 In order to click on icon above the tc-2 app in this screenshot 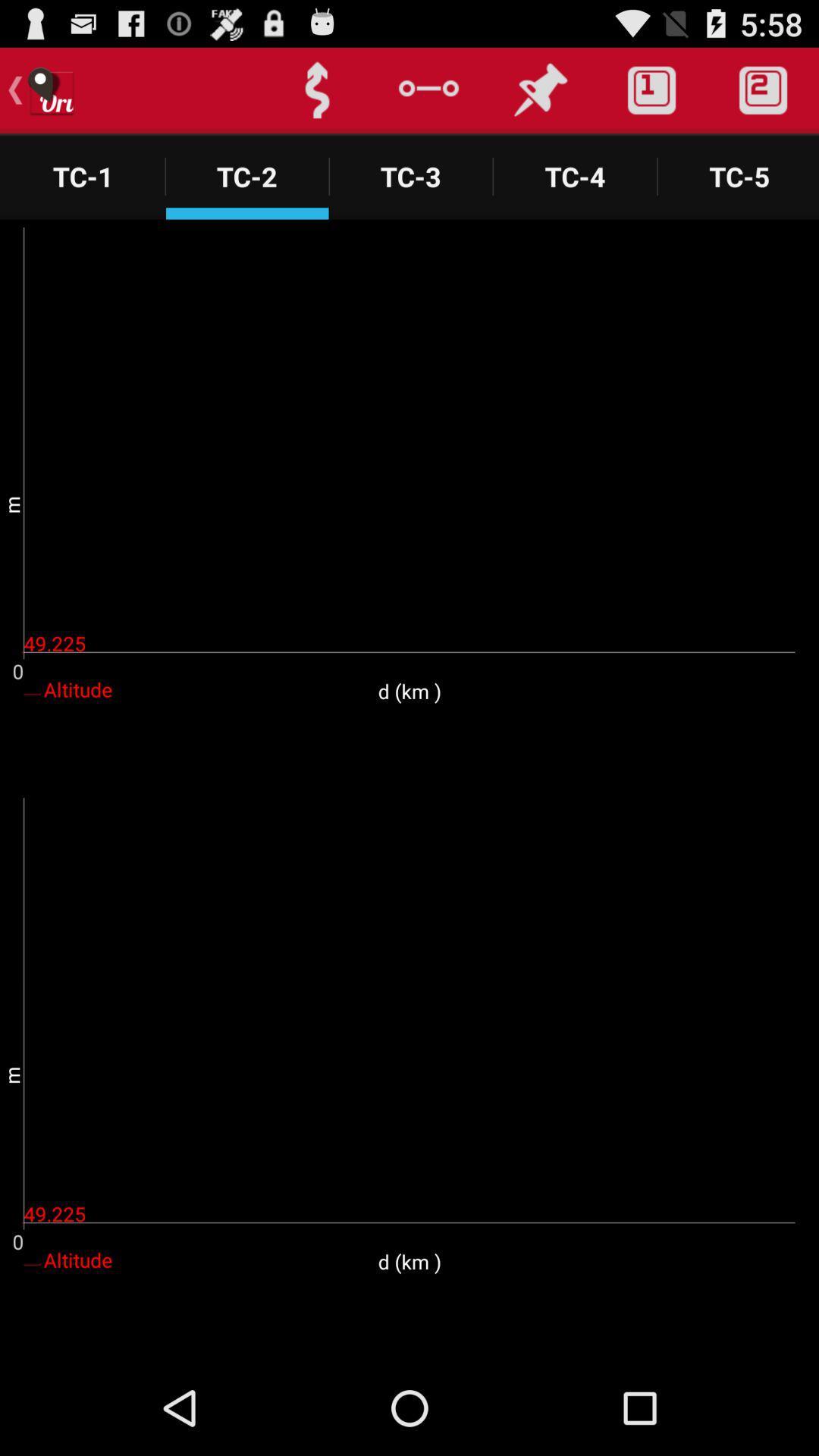, I will do `click(316, 89)`.